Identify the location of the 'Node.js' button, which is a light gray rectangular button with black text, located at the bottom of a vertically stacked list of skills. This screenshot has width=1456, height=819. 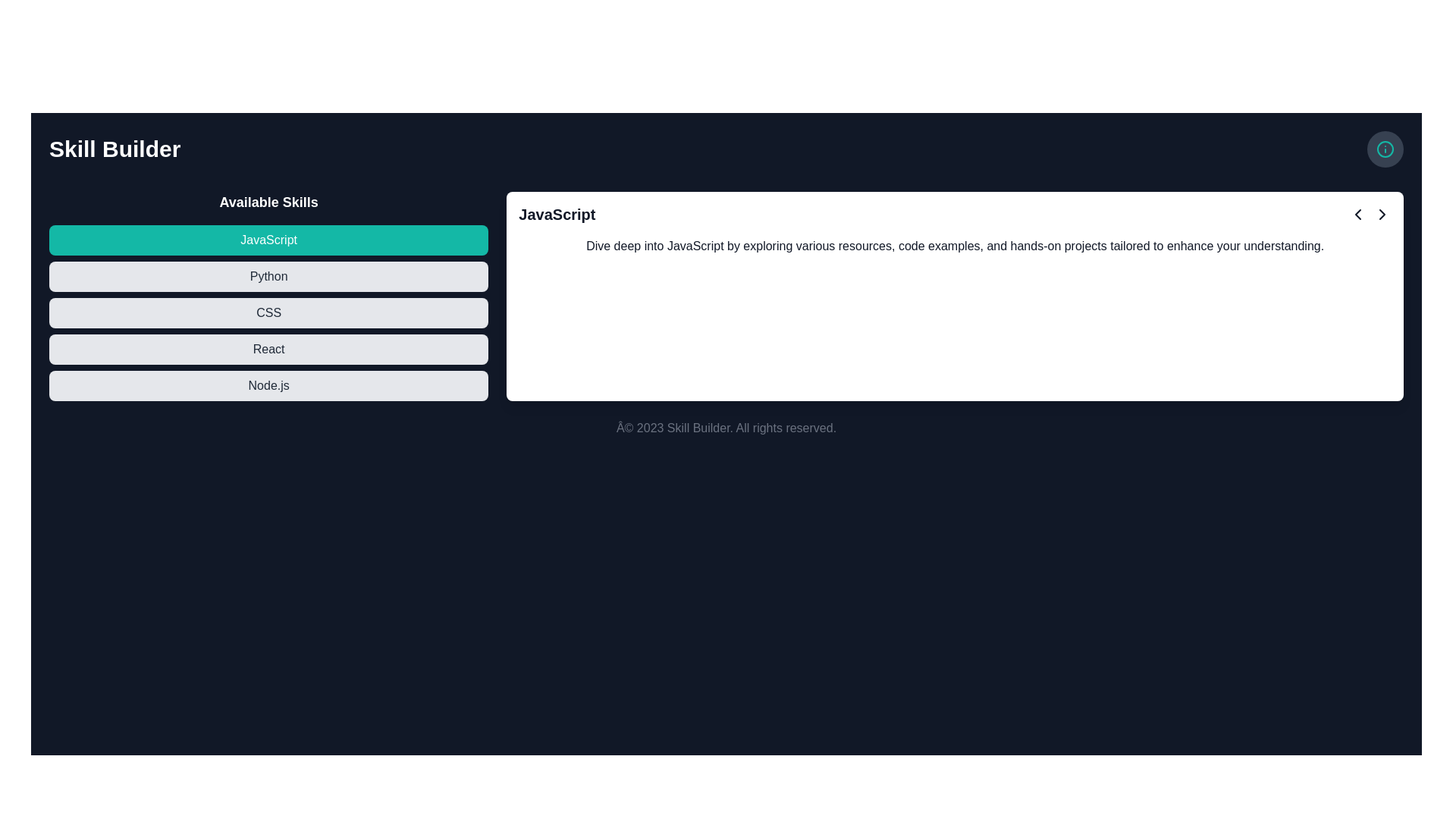
(268, 385).